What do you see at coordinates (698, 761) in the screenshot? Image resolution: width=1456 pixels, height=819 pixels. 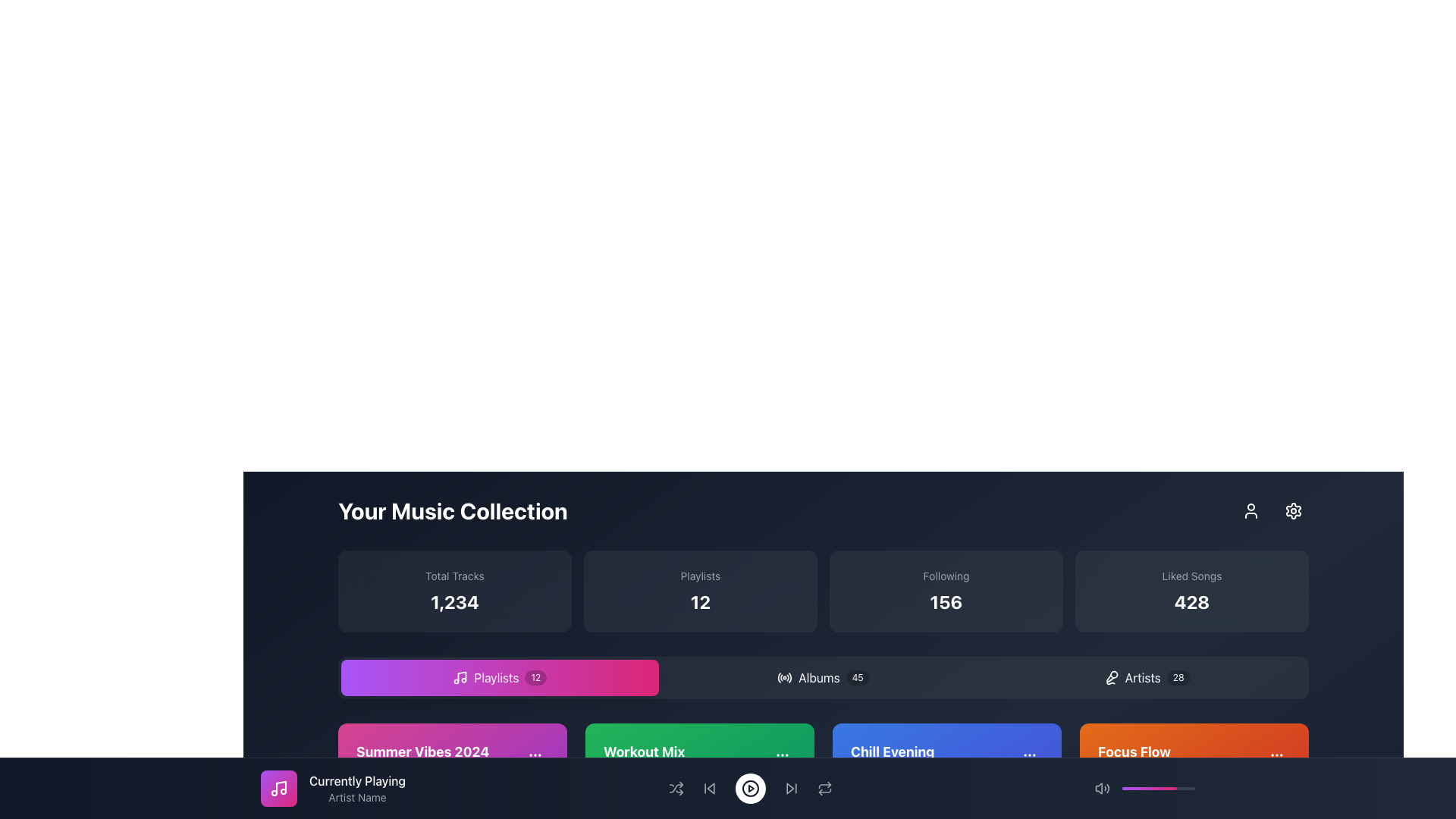 I see `the Information Display element that shows the title and track count of the 'Workout Mix' playlist, centrally aligned within the green rectangular card` at bounding box center [698, 761].